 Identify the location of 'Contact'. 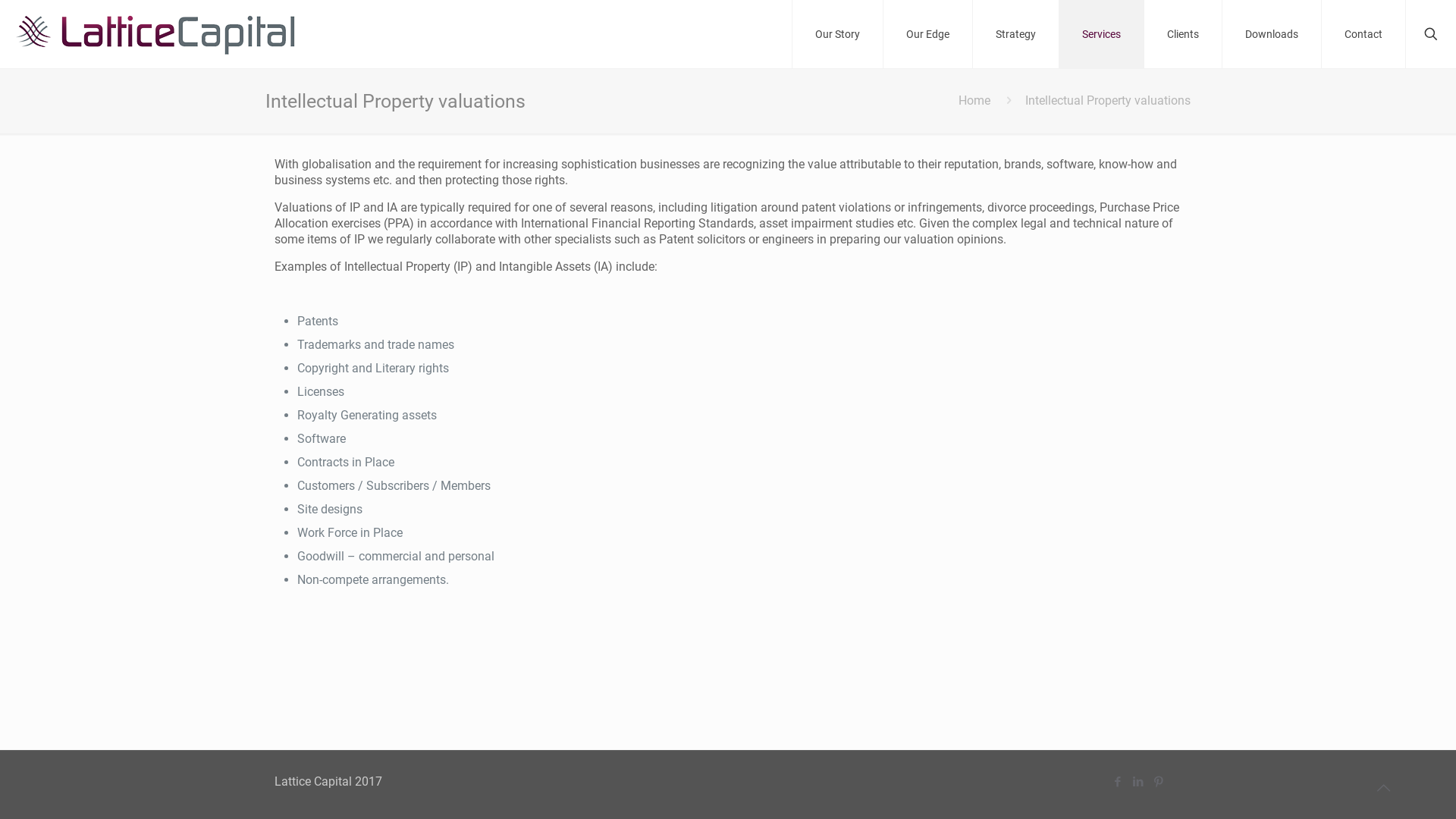
(1363, 34).